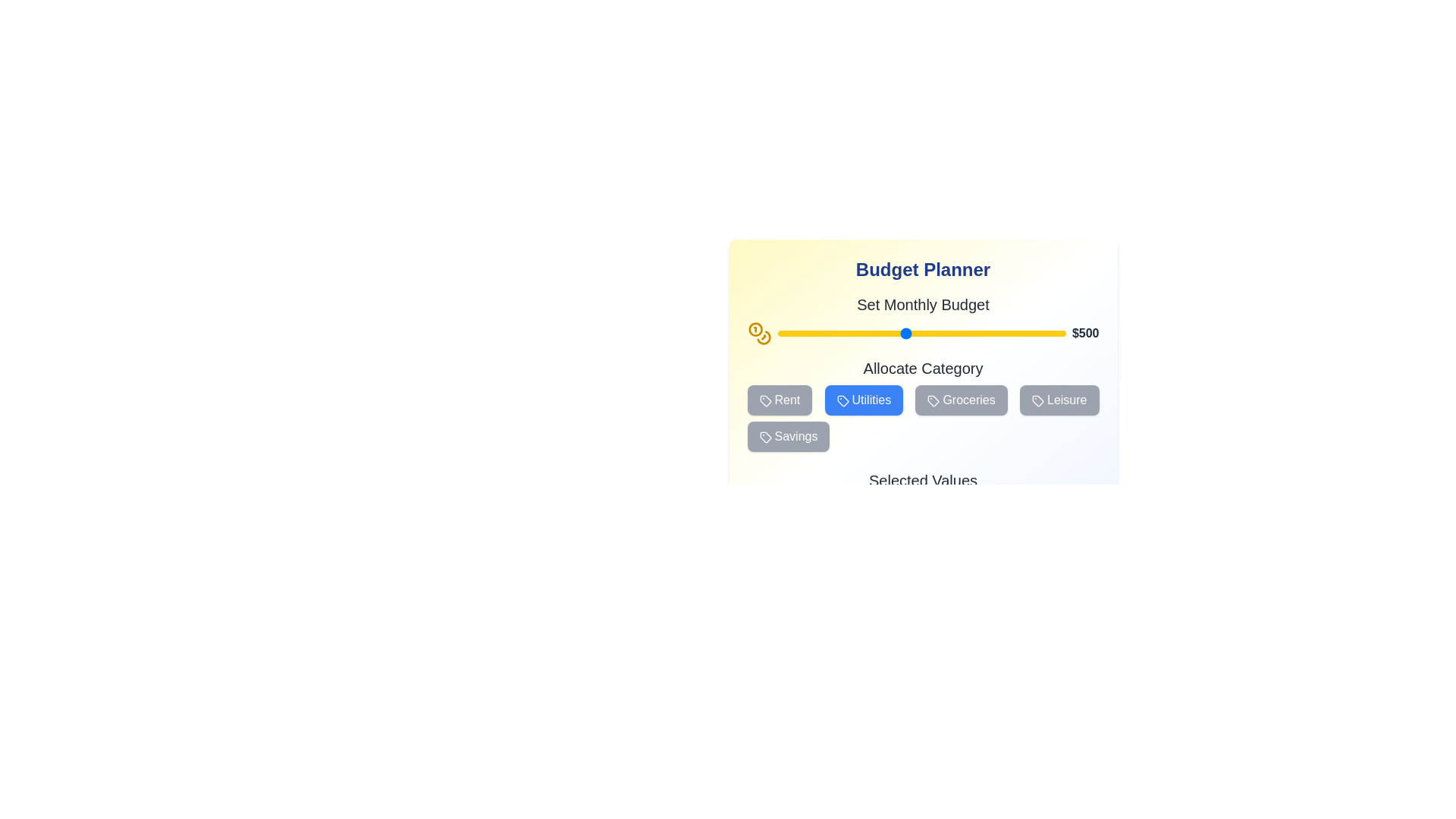  Describe the element at coordinates (961, 400) in the screenshot. I see `the 'Groceries' button, which is a gray rectangular button with rounded corners and contains the label 'Groceries' in white text, located in the 'Allocate Category' section as the third button from the left` at that location.